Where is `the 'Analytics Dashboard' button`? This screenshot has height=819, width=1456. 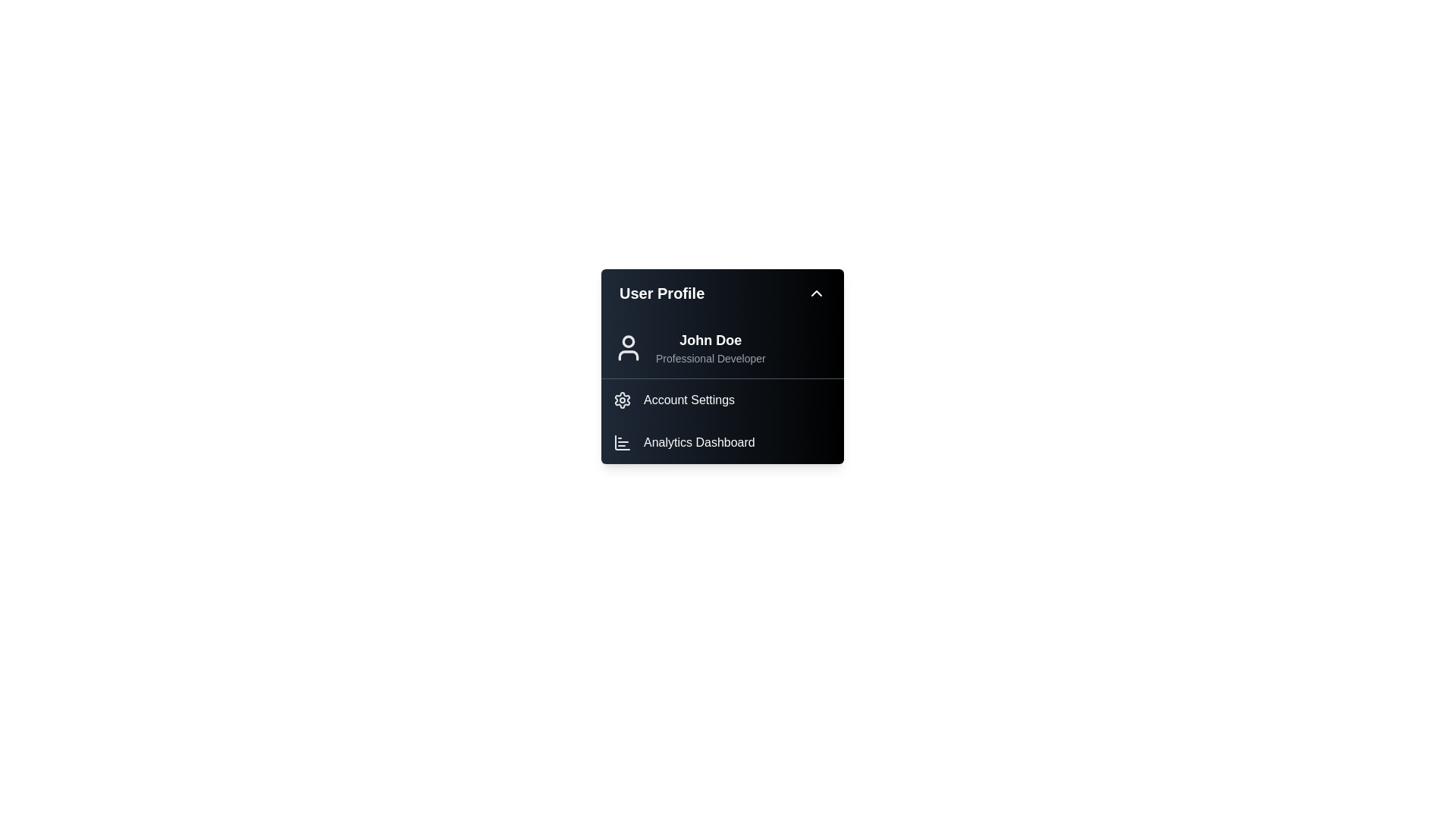
the 'Analytics Dashboard' button is located at coordinates (722, 442).